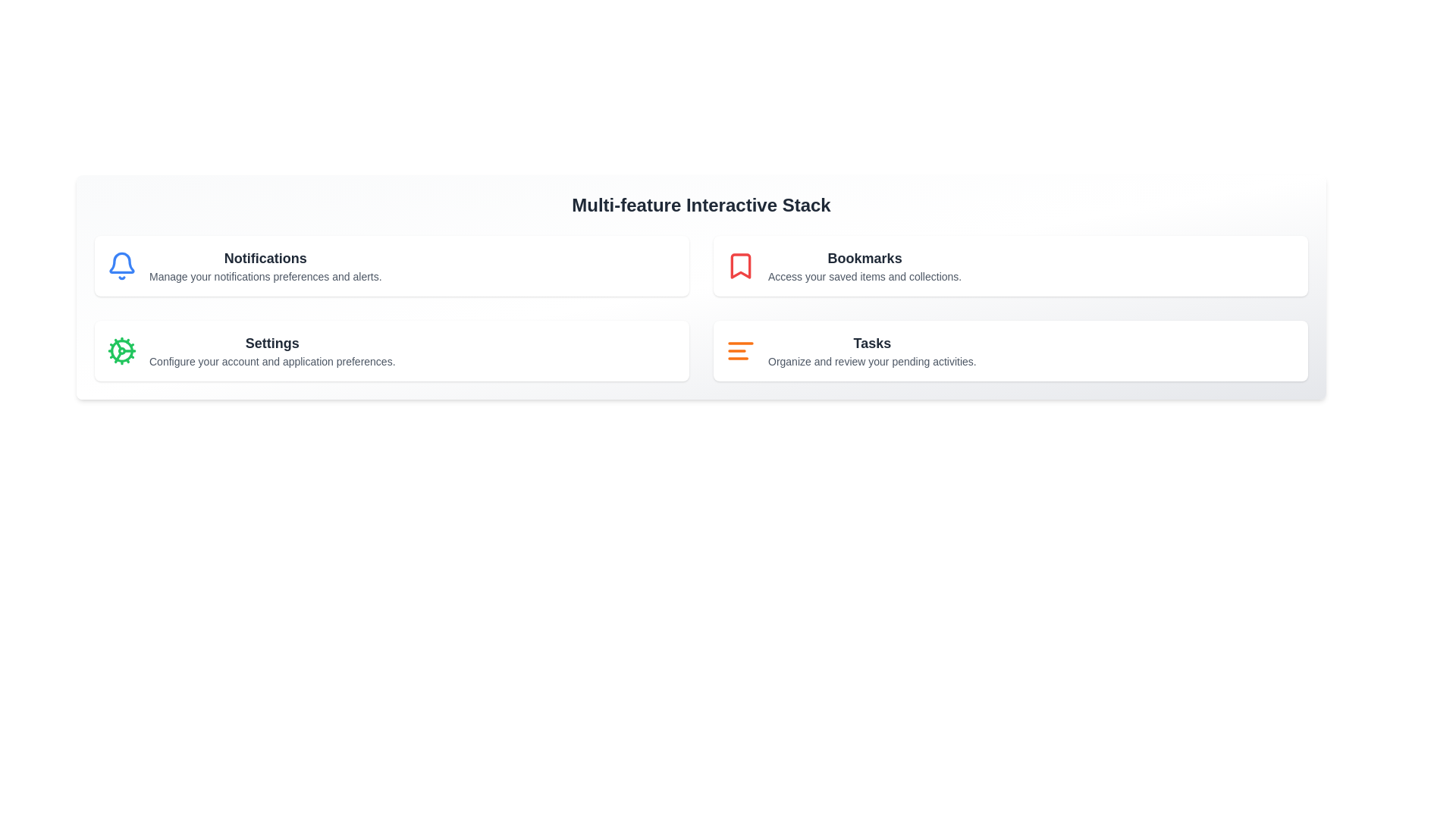 The width and height of the screenshot is (1456, 819). What do you see at coordinates (1011, 265) in the screenshot?
I see `the 'Bookmarks' button-like card in the upper-right portion of the layout` at bounding box center [1011, 265].